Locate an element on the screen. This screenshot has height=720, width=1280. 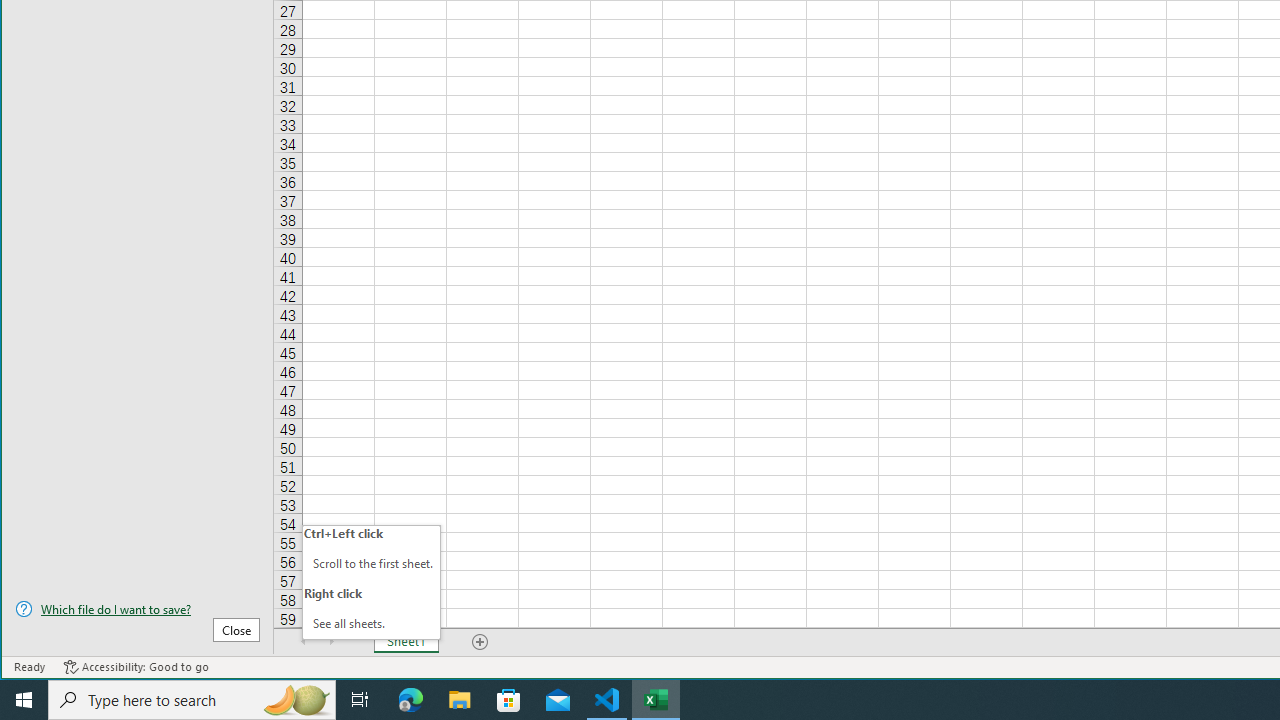
'Microsoft Store' is located at coordinates (509, 698).